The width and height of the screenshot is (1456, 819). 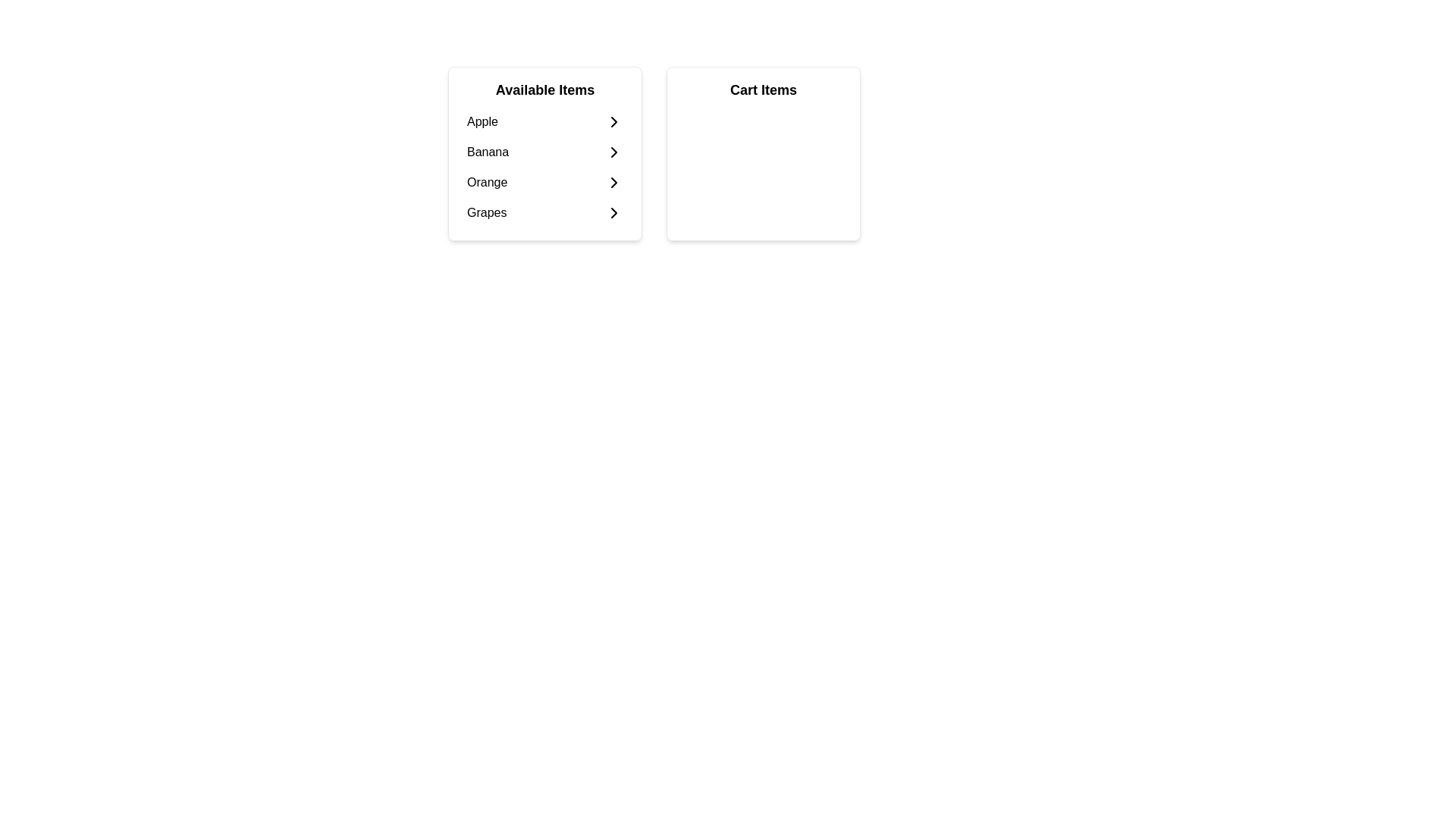 What do you see at coordinates (545, 121) in the screenshot?
I see `to select the item 'Apple' from the topmost position in the 'Available Items' section of the left panel` at bounding box center [545, 121].